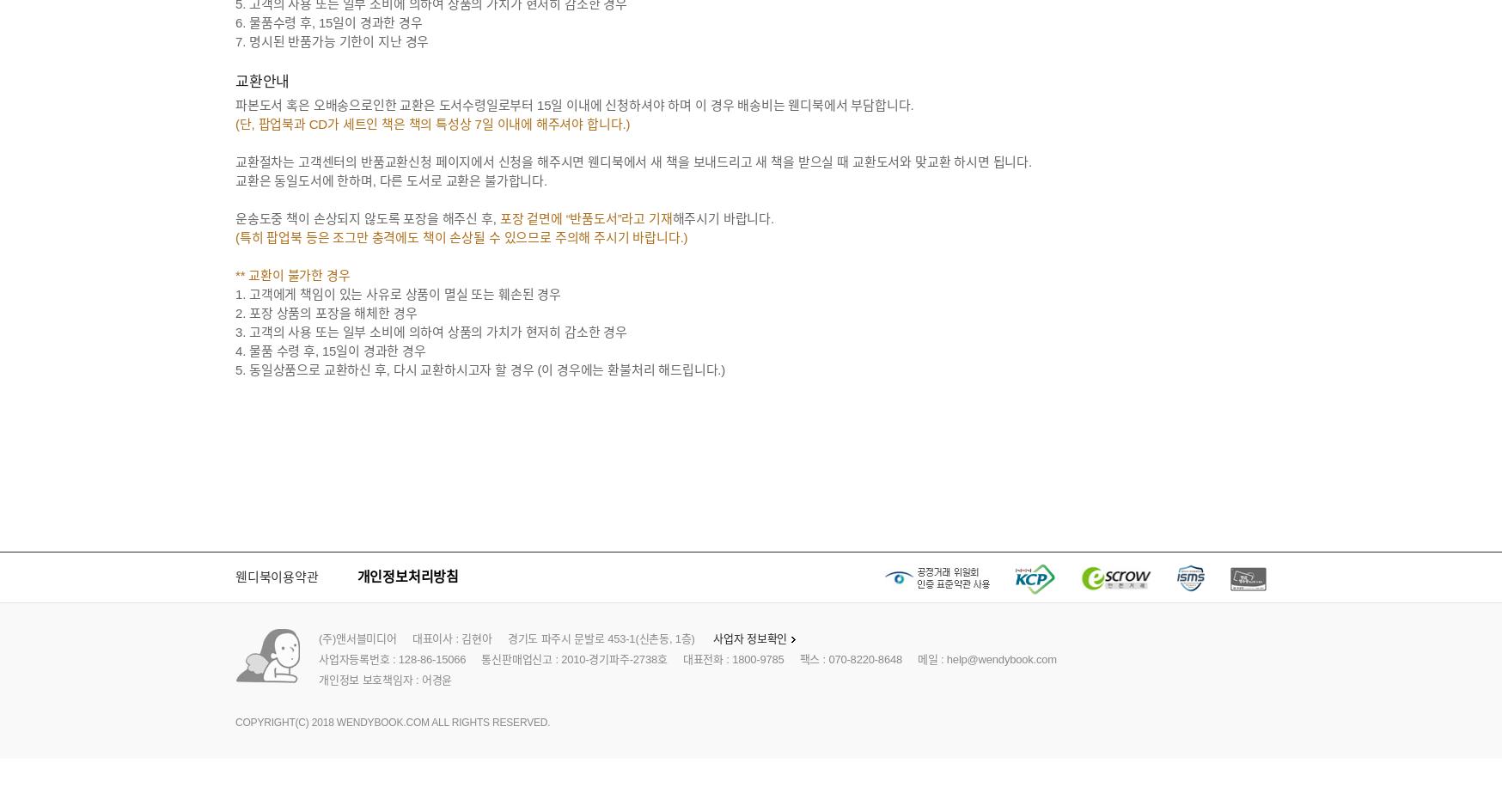 The width and height of the screenshot is (1502, 812). I want to click on '경기도 파주시 문발로 453-1(신촌동, 1층)', so click(601, 638).